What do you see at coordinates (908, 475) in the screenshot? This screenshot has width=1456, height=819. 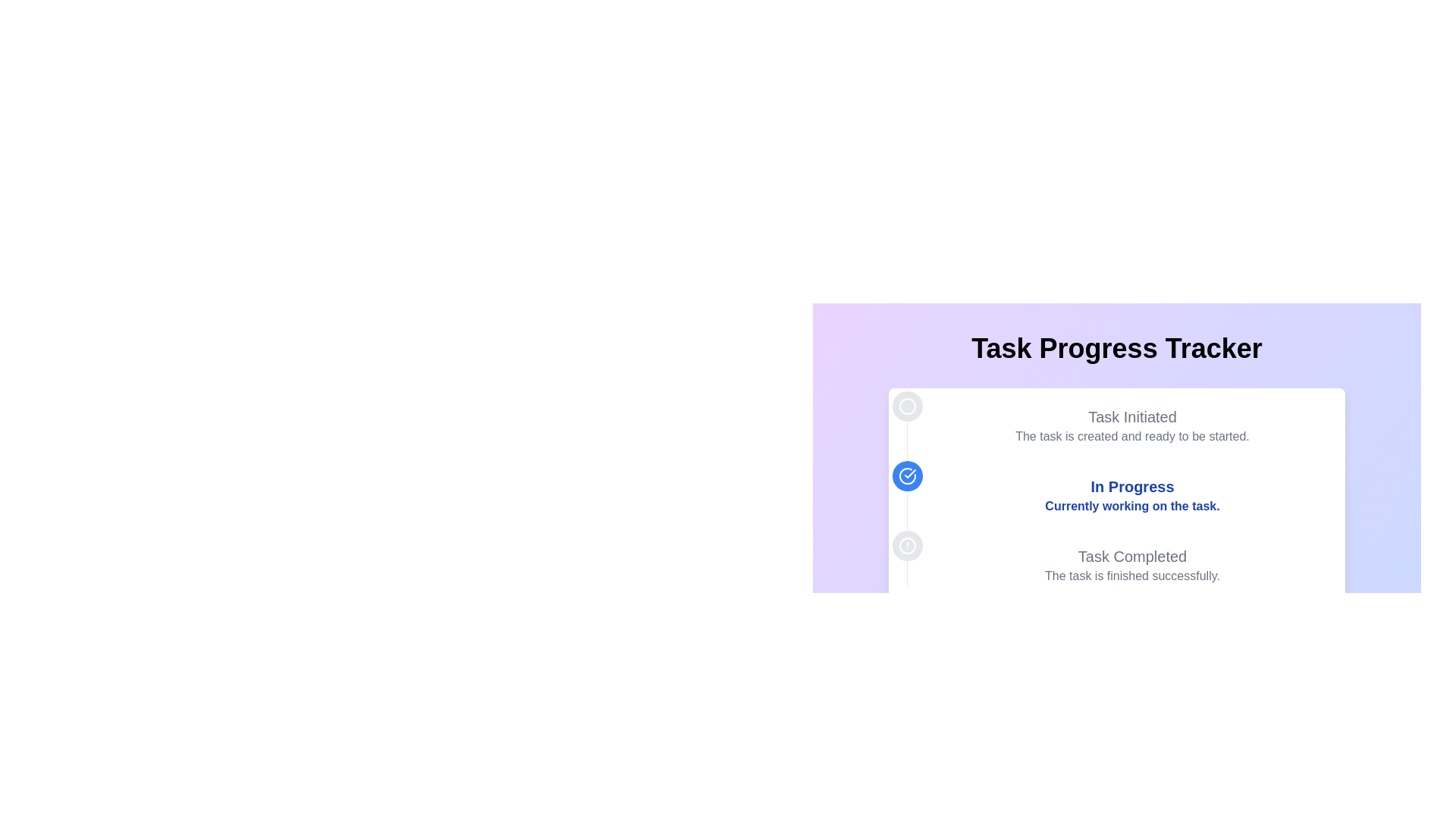 I see `the appearance of the circular icon with a blue background and a white check mark, which is the second step in the vertical progress tracker on the left side of the 'Task Progress Tracker' panel` at bounding box center [908, 475].